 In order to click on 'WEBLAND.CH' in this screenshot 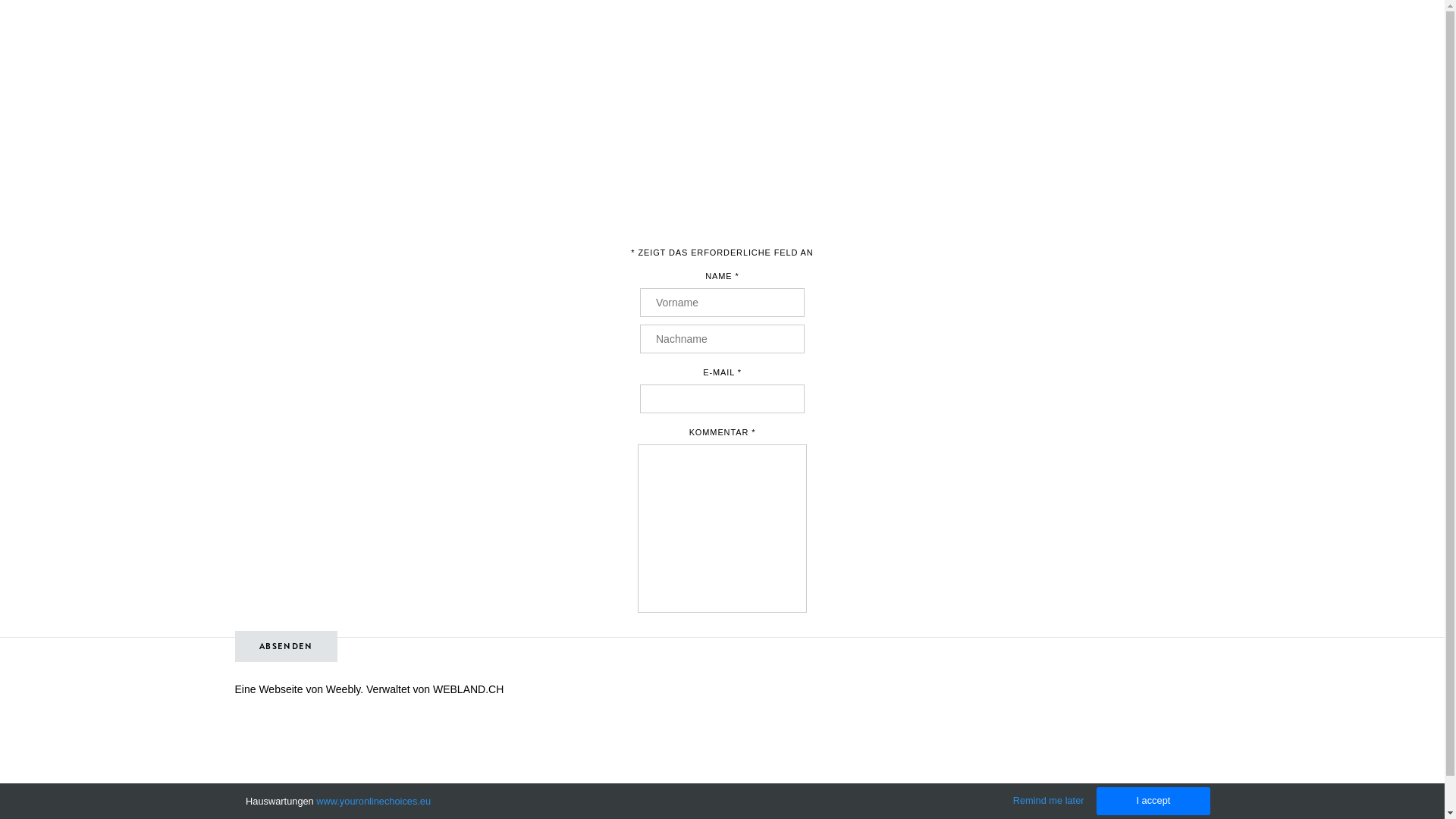, I will do `click(467, 689)`.